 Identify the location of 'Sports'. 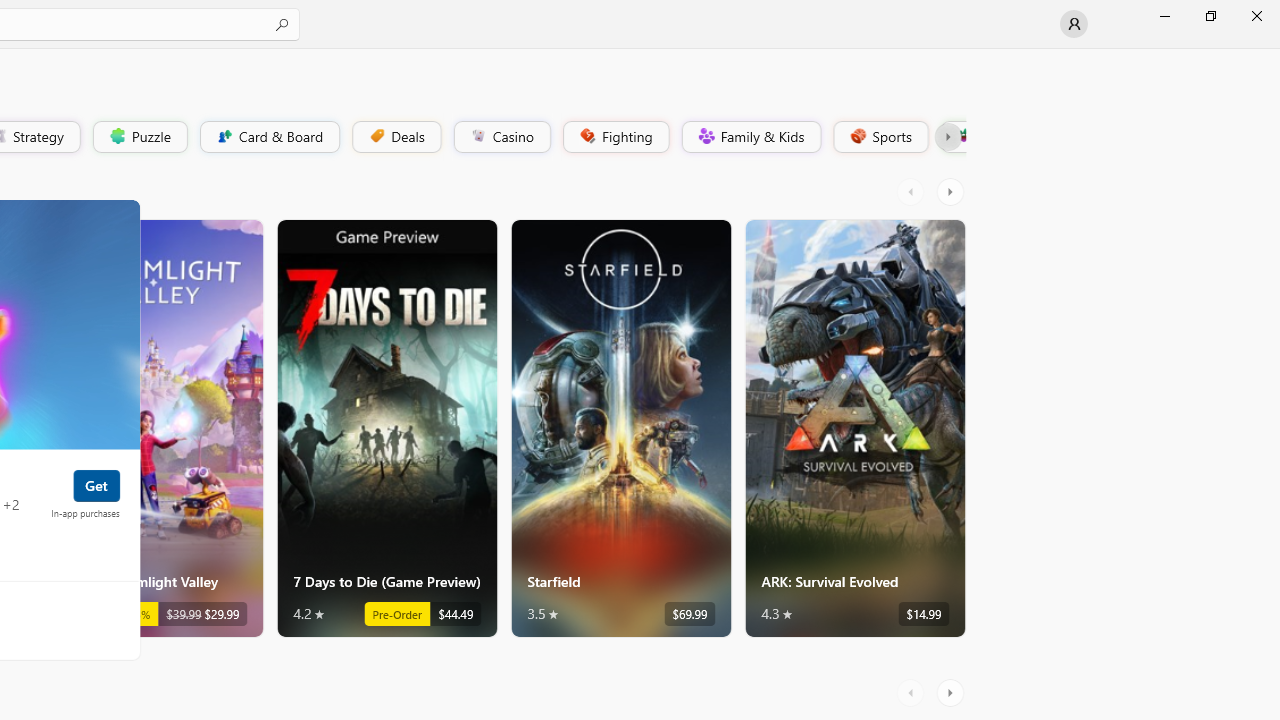
(879, 135).